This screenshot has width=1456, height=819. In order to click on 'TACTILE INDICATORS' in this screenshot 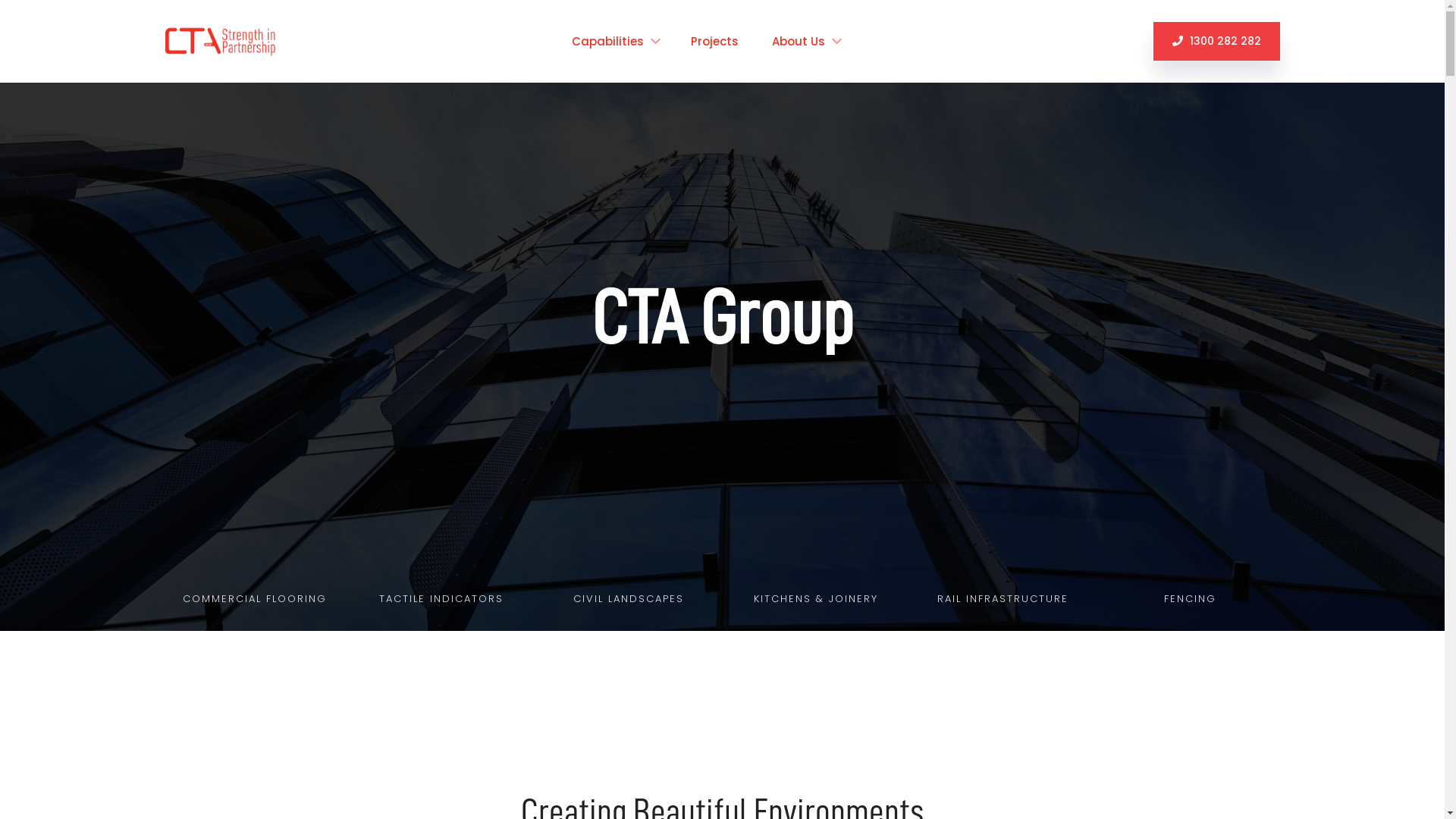, I will do `click(441, 598)`.